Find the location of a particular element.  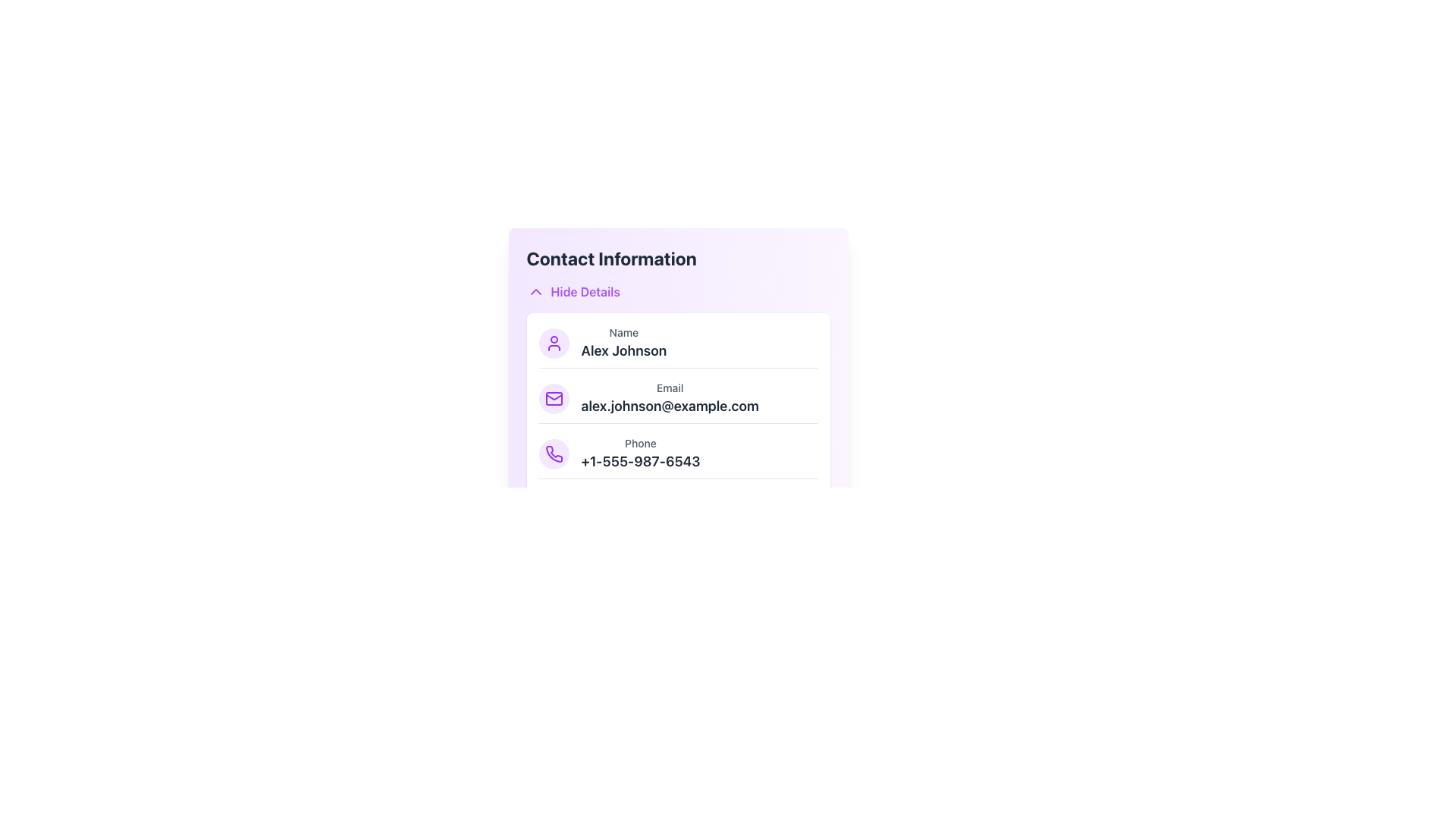

the phone receiver SVG icon styled with a purple stroke located next to the 'Phone' label in the 'Contact Information' section of the interface is located at coordinates (553, 453).